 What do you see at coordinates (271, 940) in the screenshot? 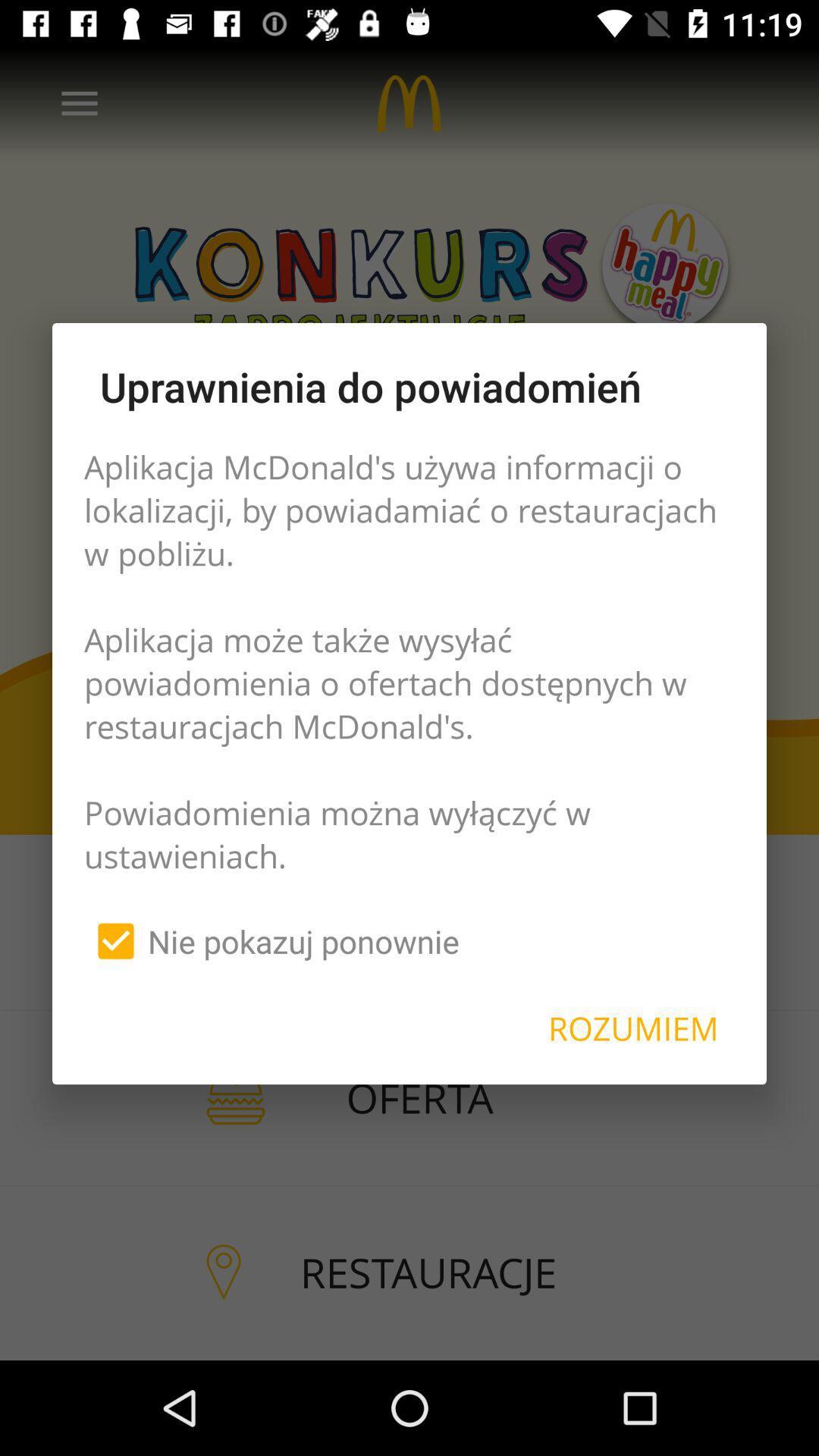
I see `the icon below aplikacja mcdonald s` at bounding box center [271, 940].